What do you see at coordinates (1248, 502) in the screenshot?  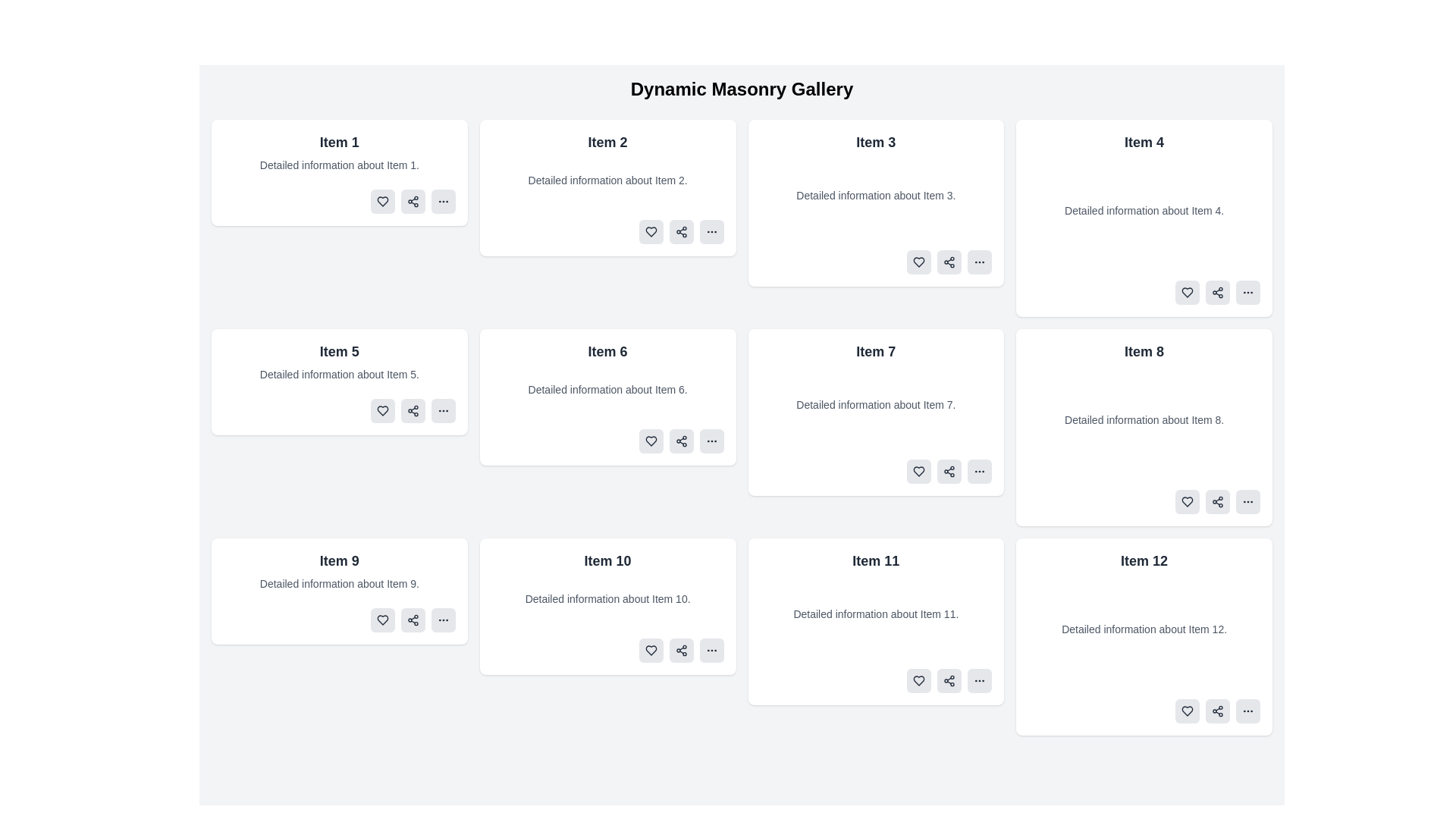 I see `the icon representing additional options or actions located at the bottom-right corner of the 'Item 8' card` at bounding box center [1248, 502].